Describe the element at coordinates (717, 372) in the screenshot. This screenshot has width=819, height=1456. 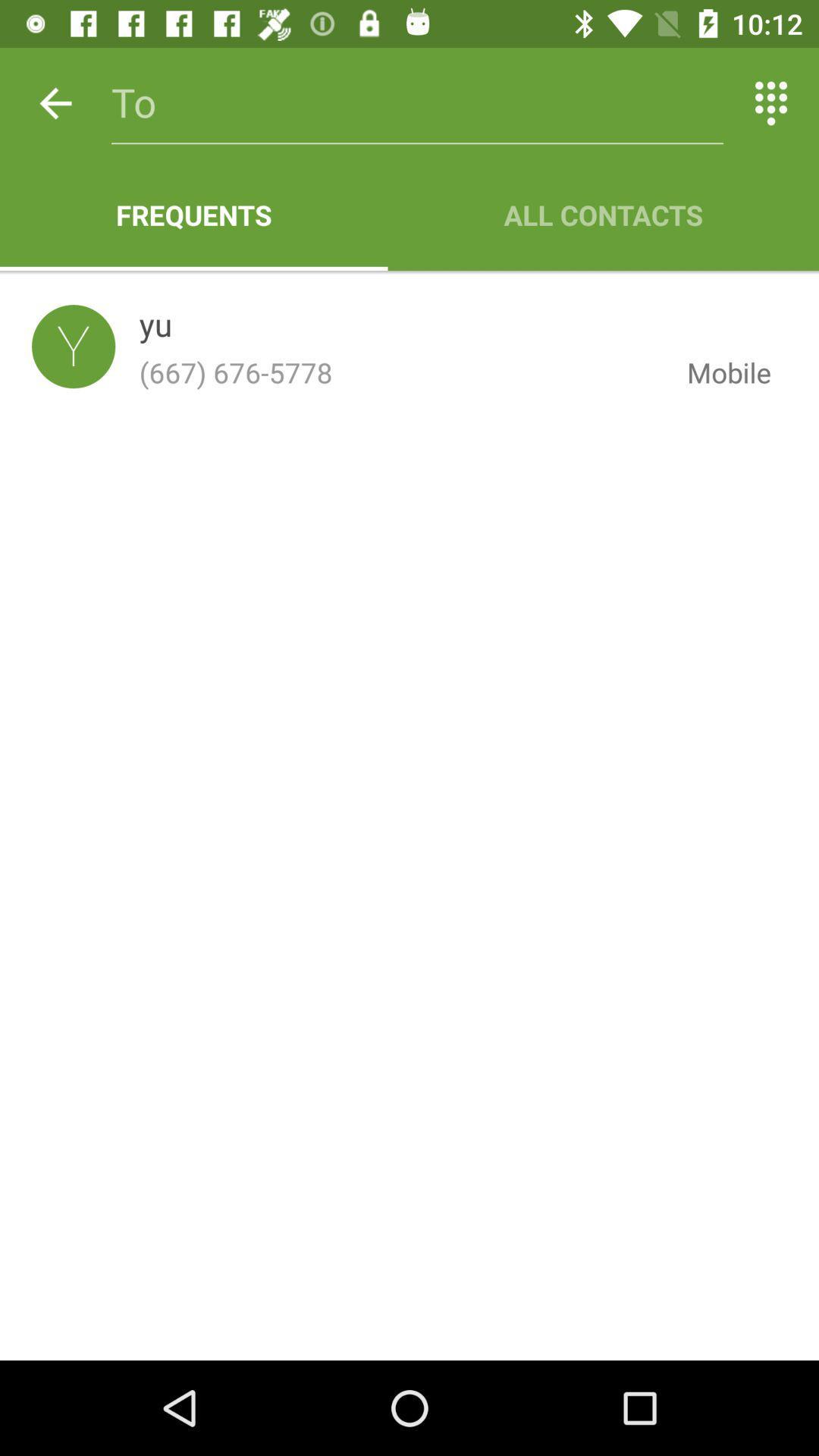
I see `item next to (667) 676-5778 item` at that location.